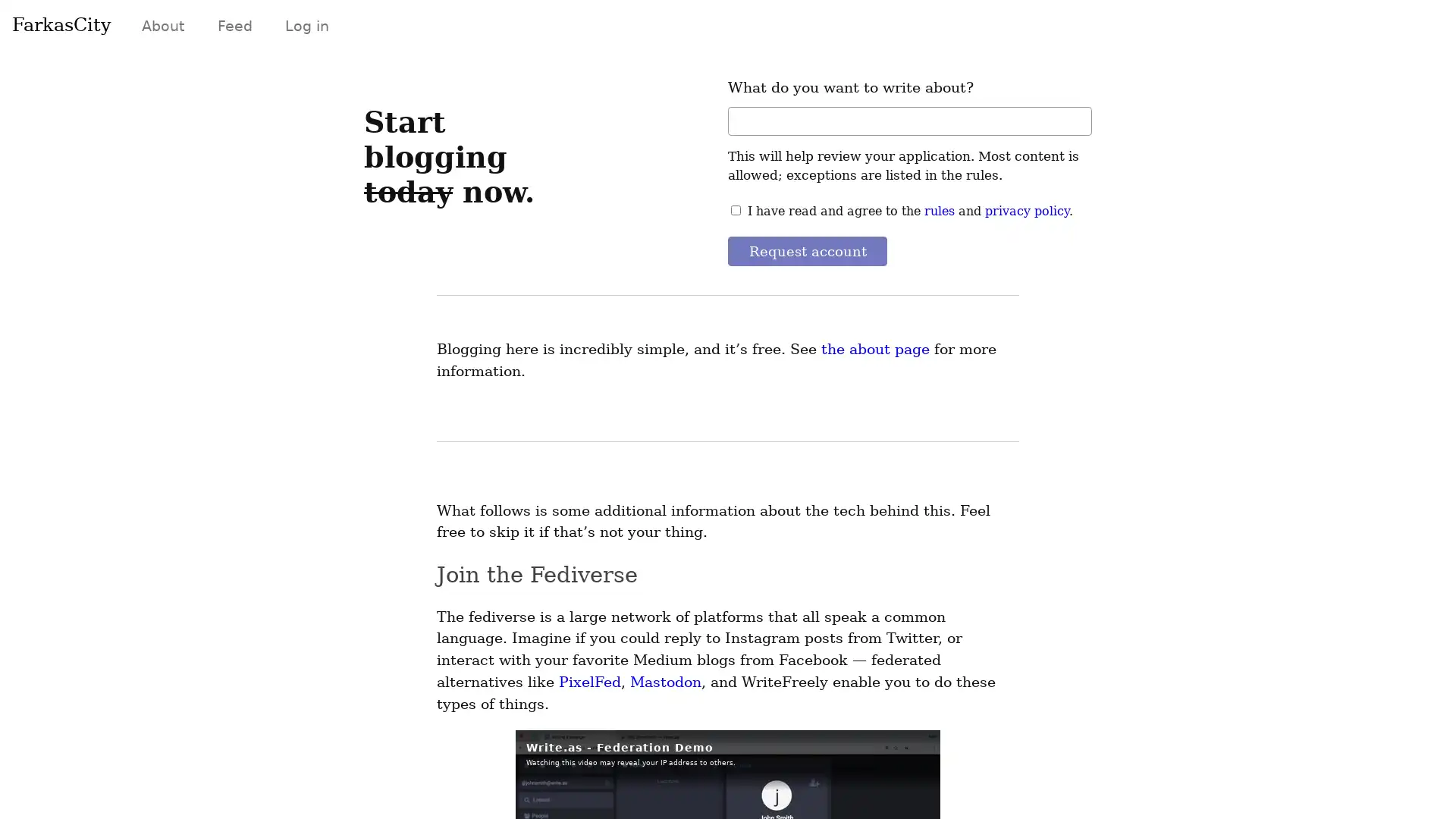  Describe the element at coordinates (809, 251) in the screenshot. I see `Request account` at that location.